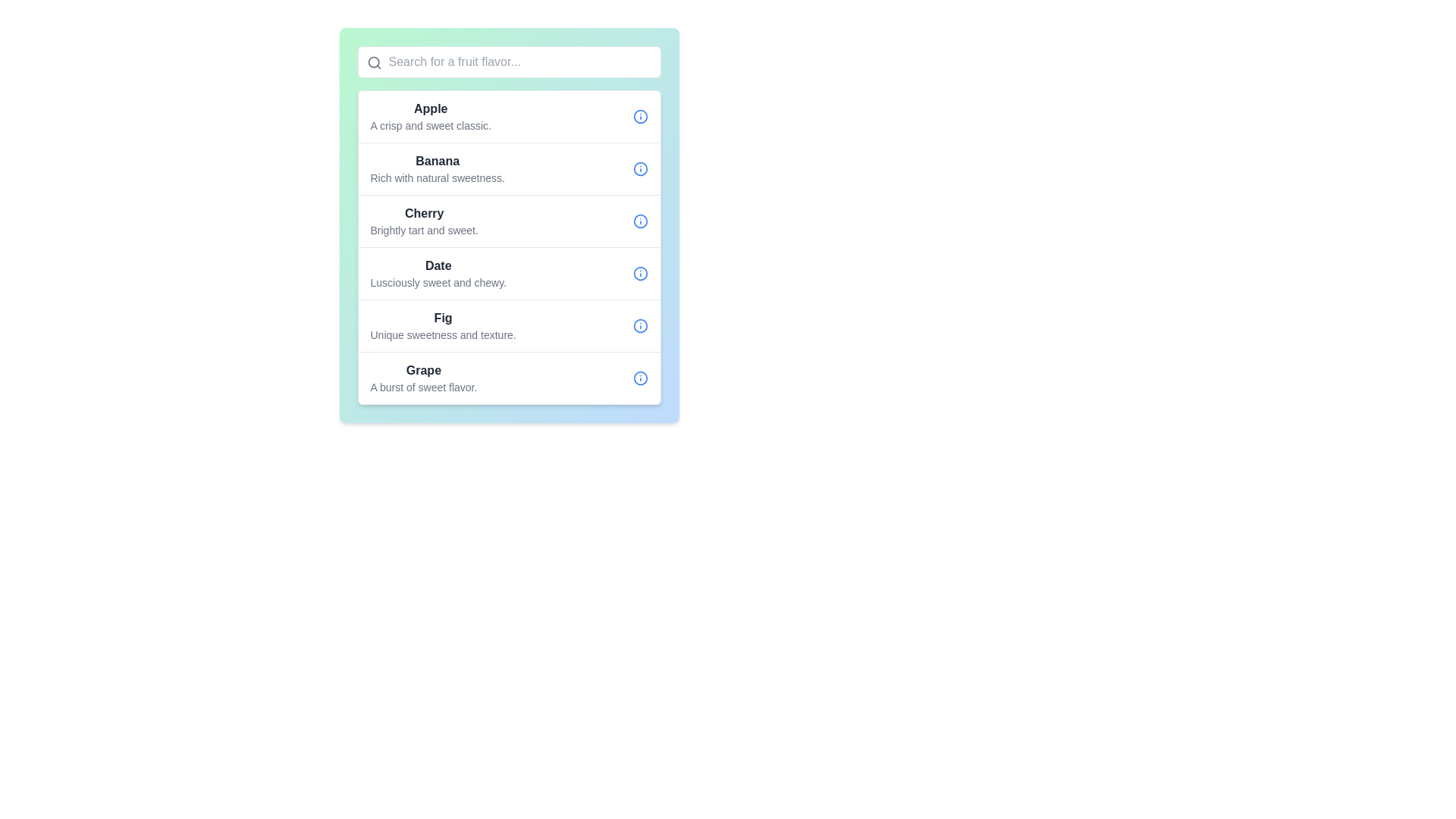  I want to click on the 'Date' label, which is the fourth item in the vertically stacked list, positioned below 'Cherry' and above 'Fig', so click(438, 274).